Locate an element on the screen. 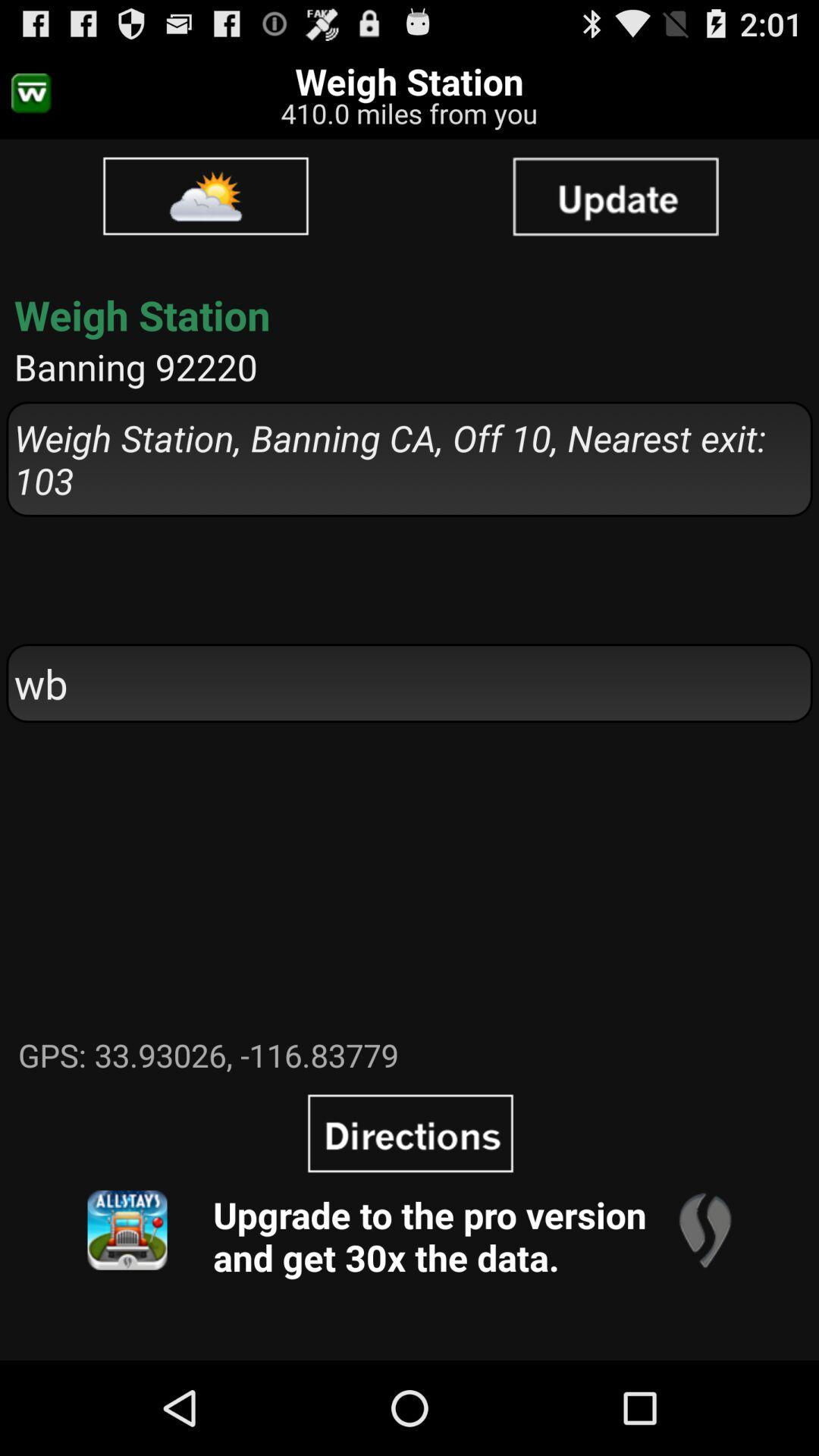  item at the bottom right corner is located at coordinates (704, 1230).